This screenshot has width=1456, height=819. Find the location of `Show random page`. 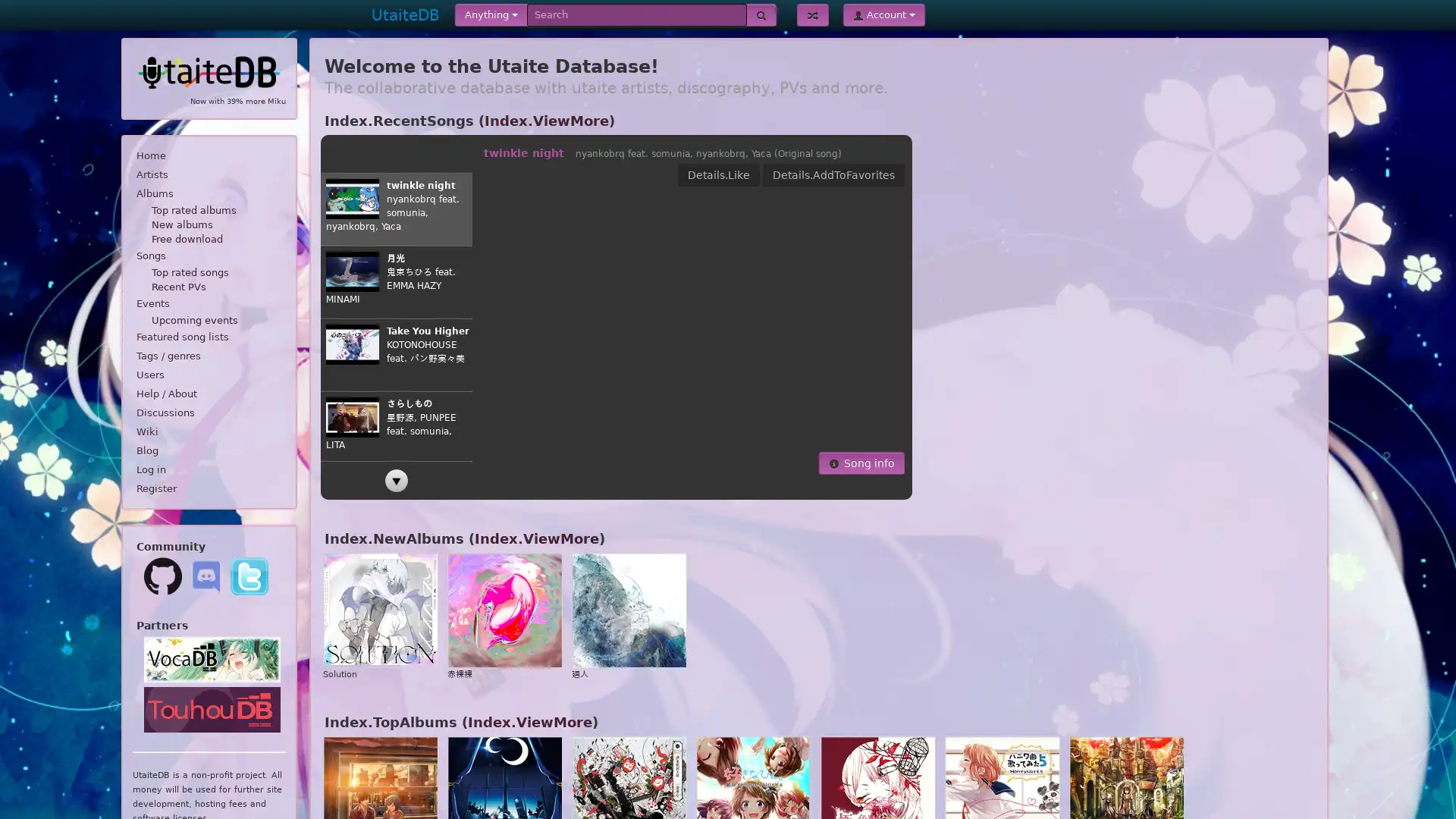

Show random page is located at coordinates (811, 14).